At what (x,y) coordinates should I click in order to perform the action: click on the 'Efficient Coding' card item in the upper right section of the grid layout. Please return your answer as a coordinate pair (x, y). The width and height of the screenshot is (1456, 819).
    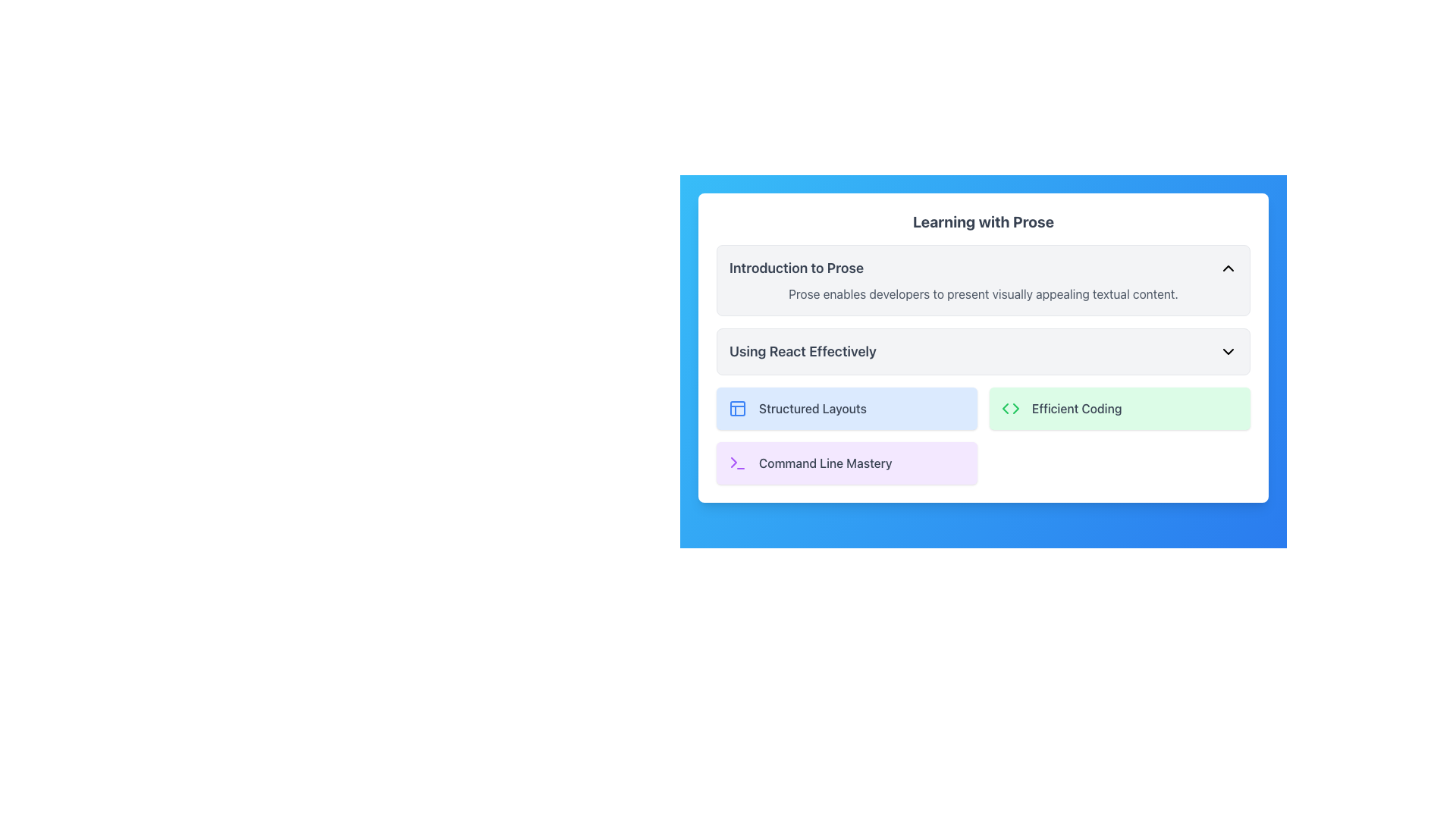
    Looking at the image, I should click on (1120, 408).